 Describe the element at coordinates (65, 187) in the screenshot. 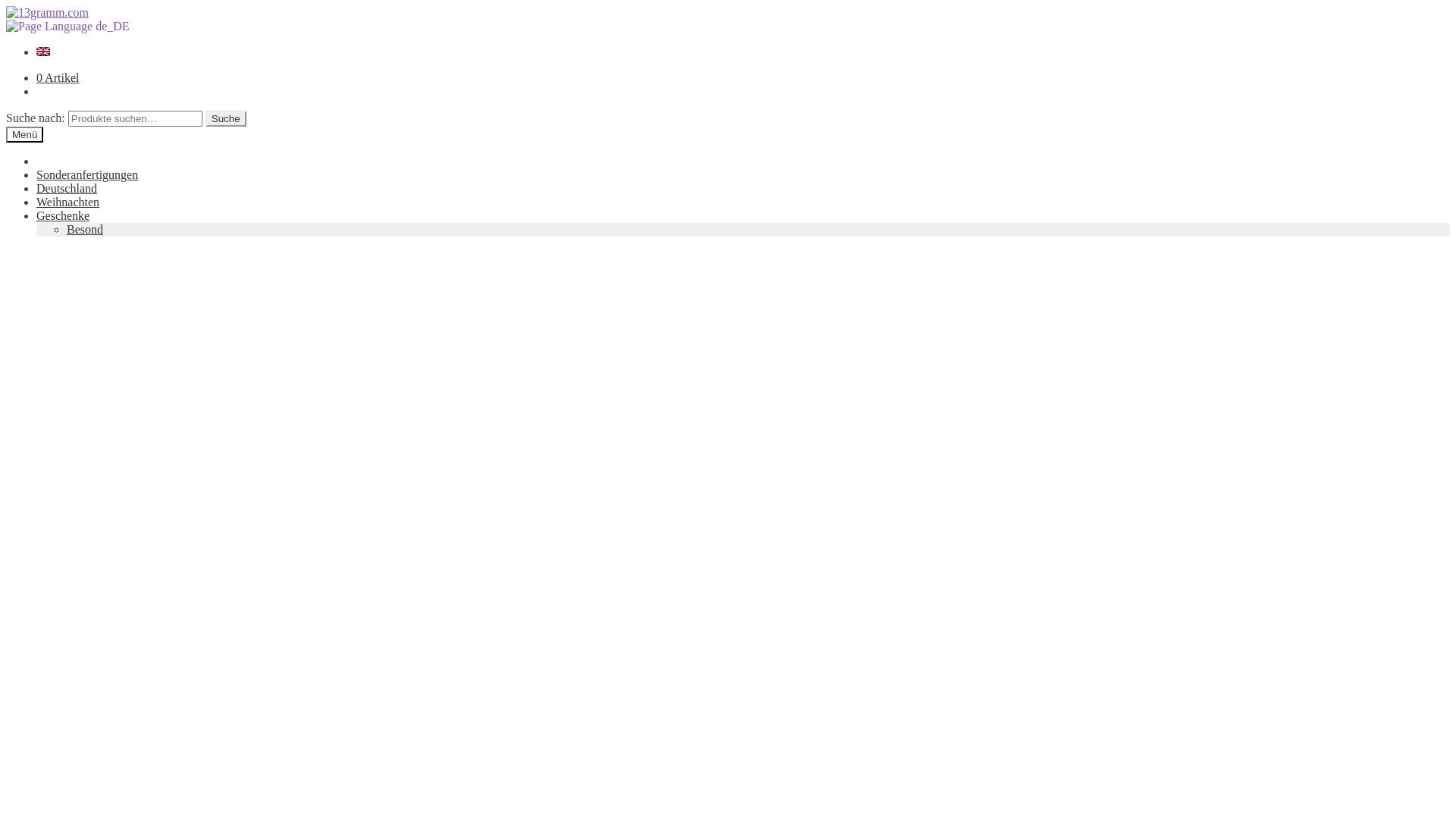

I see `'Deutschland'` at that location.